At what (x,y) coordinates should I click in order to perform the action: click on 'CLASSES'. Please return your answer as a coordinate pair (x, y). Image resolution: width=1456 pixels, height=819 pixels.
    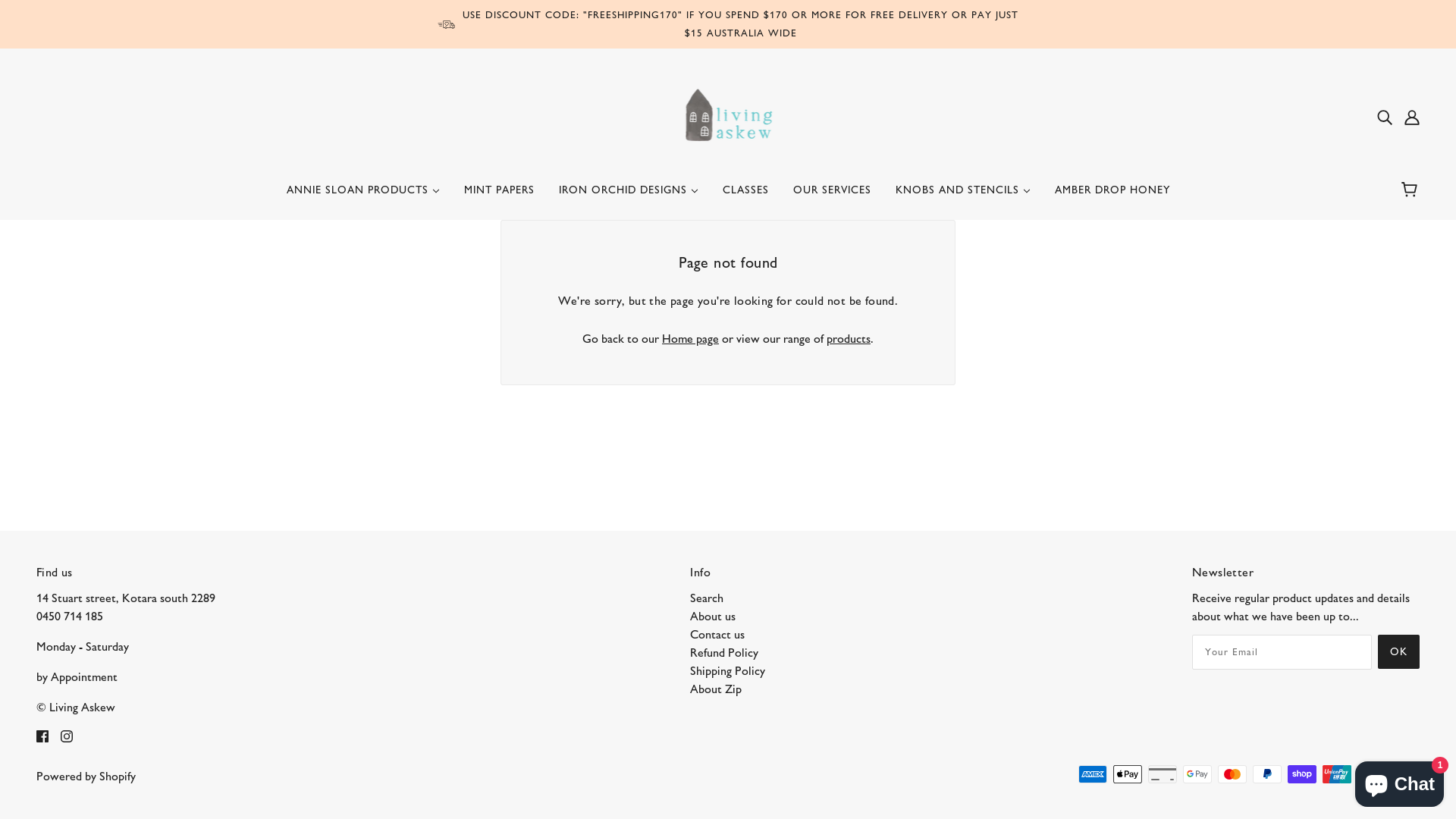
    Looking at the image, I should click on (745, 195).